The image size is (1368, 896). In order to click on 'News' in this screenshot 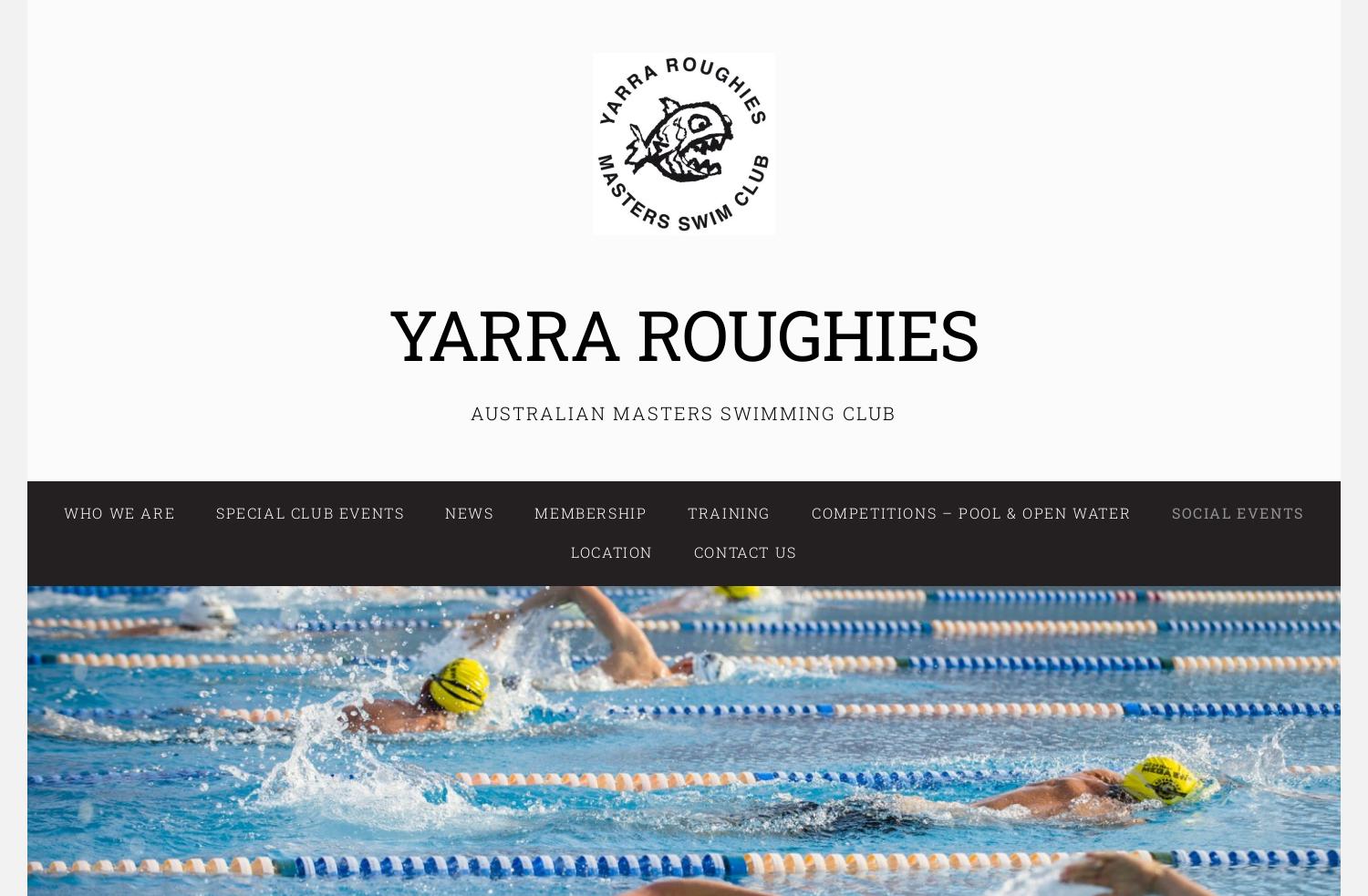, I will do `click(469, 512)`.